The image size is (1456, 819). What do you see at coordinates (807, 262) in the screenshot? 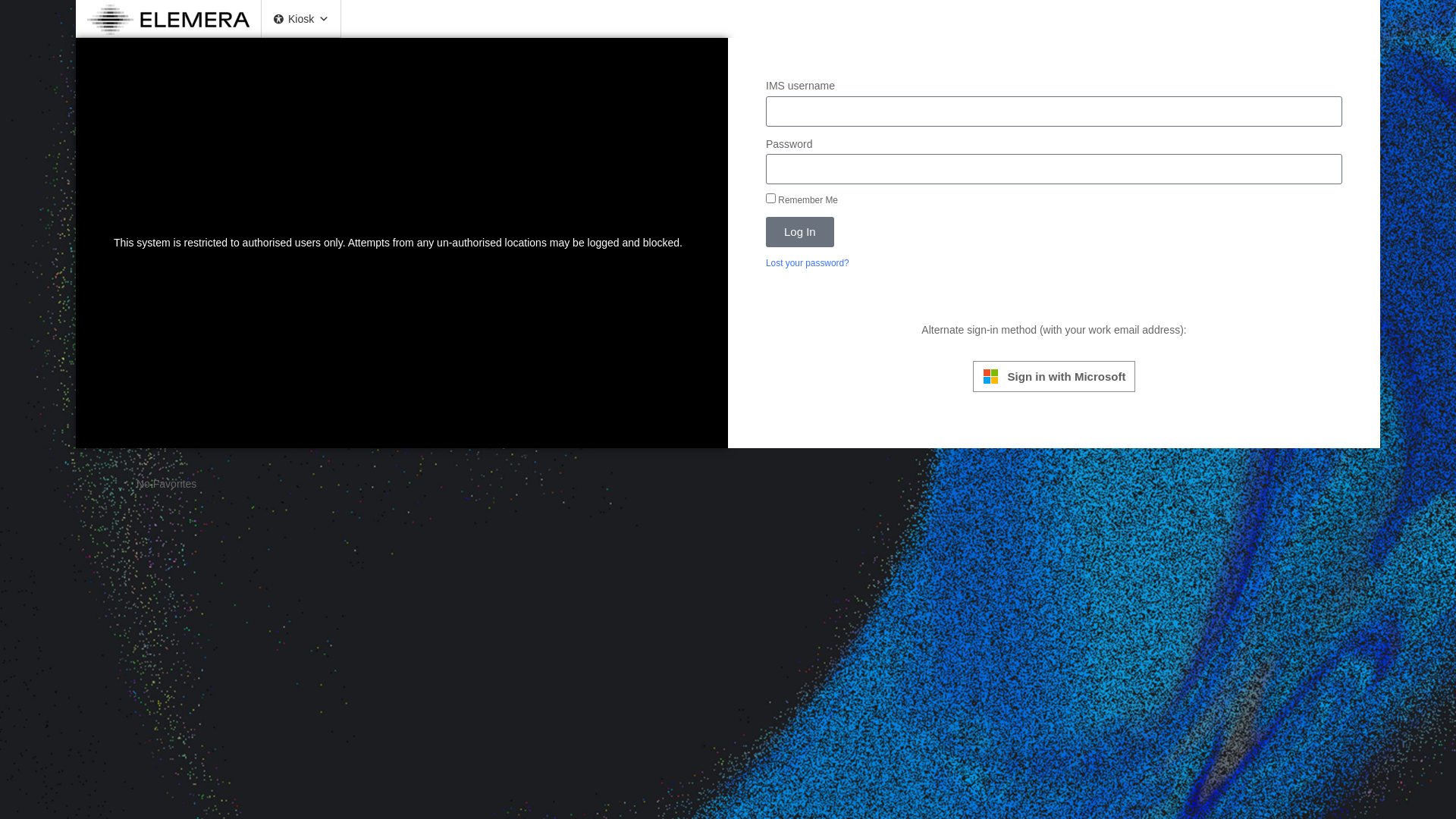
I see `'Lost your password?'` at bounding box center [807, 262].